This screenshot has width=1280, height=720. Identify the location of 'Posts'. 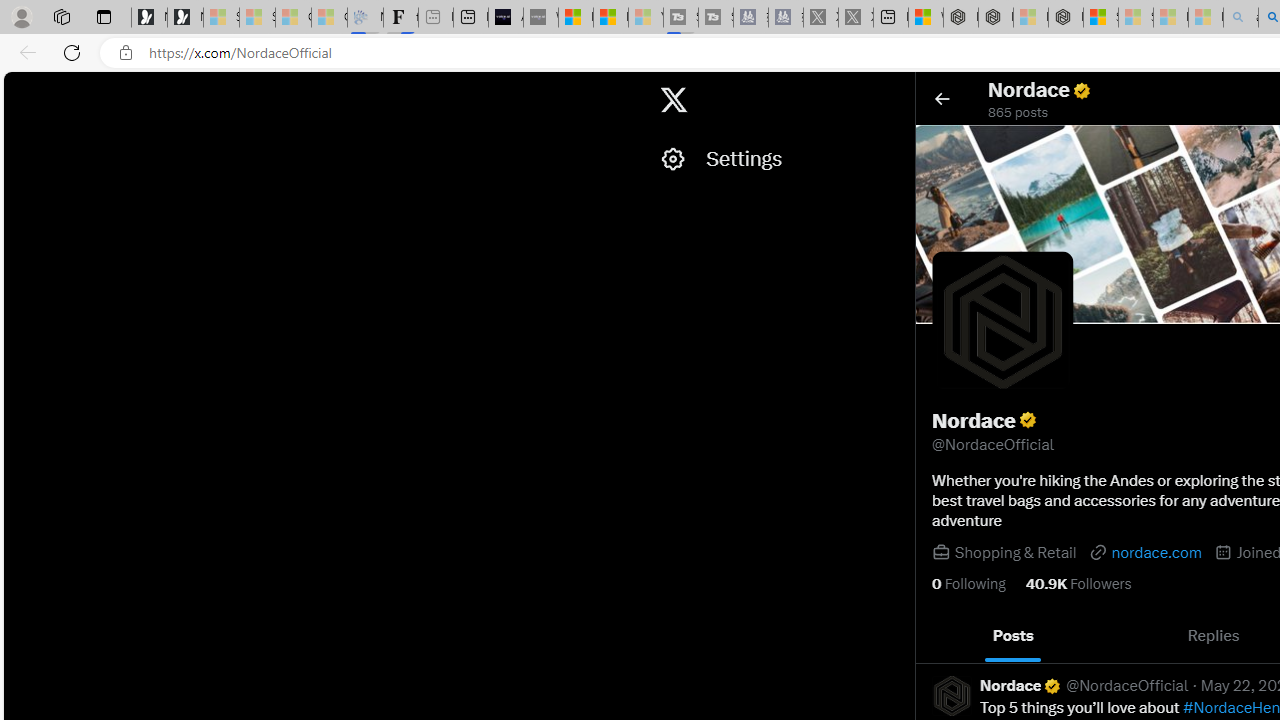
(1013, 636).